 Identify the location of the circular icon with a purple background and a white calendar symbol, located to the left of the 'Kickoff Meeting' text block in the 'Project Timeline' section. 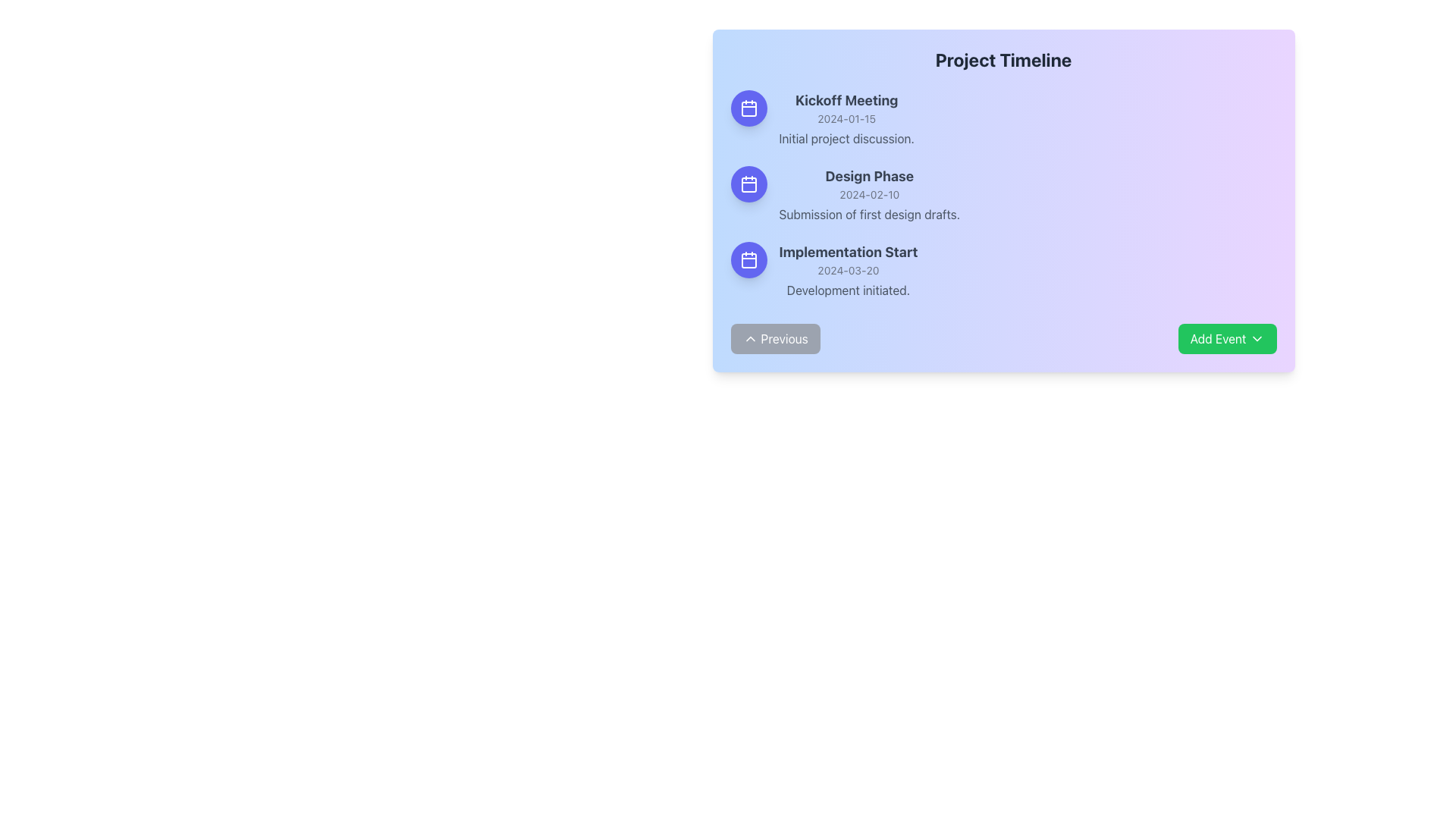
(748, 107).